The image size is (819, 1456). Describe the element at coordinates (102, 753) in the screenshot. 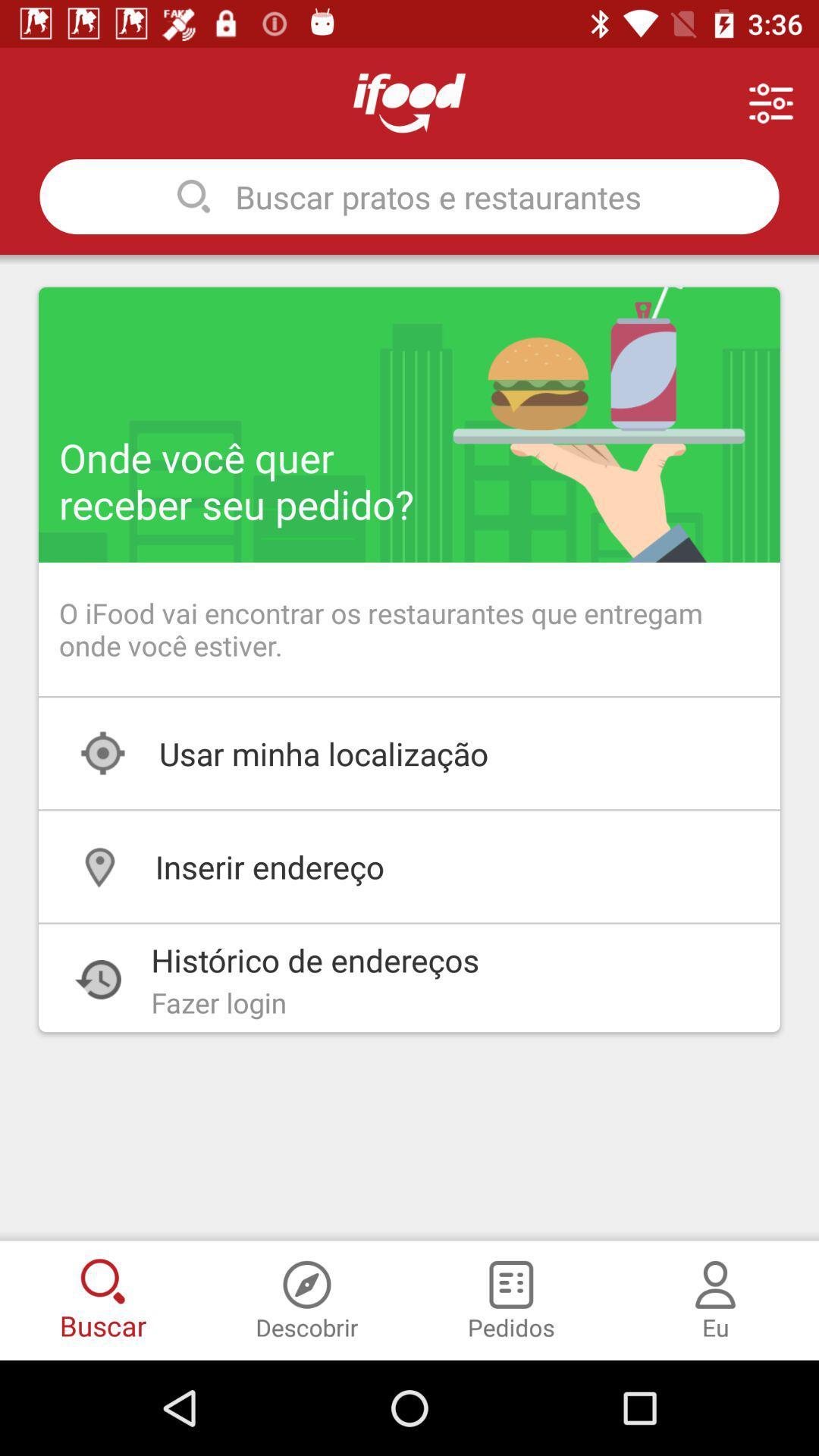

I see `the icon which is just above the location icon` at that location.